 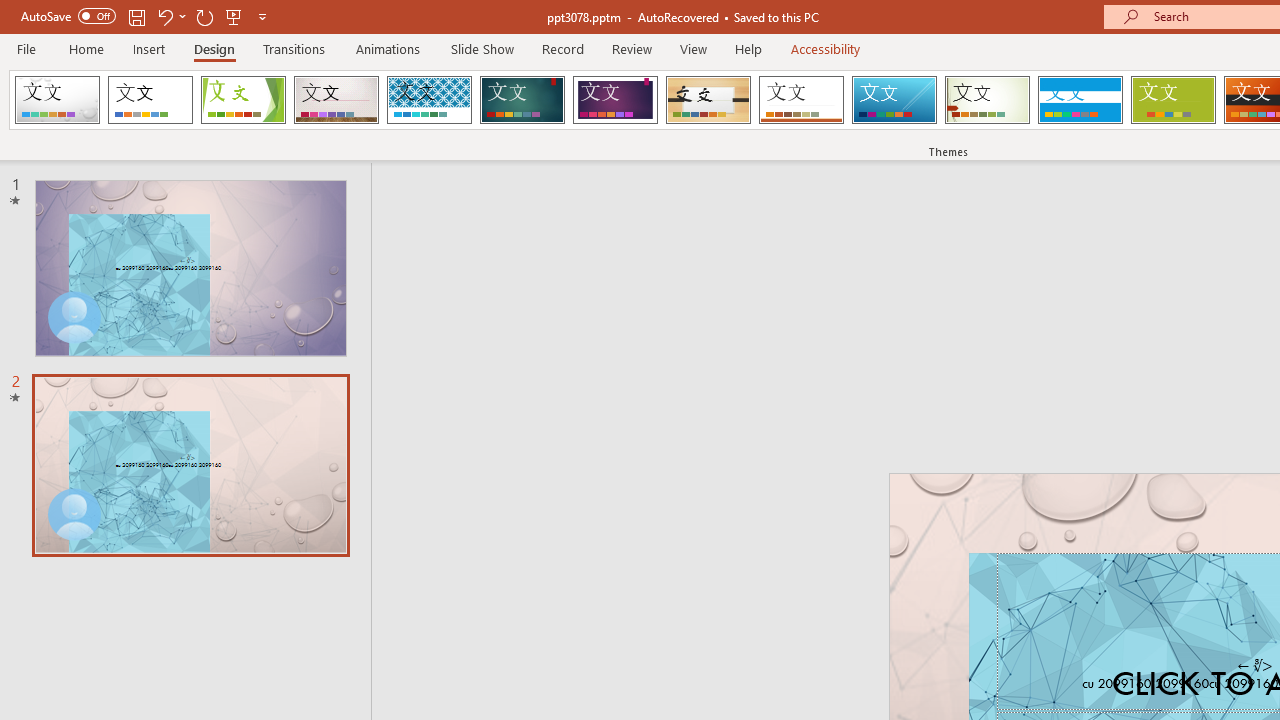 I want to click on 'Wisp', so click(x=987, y=100).